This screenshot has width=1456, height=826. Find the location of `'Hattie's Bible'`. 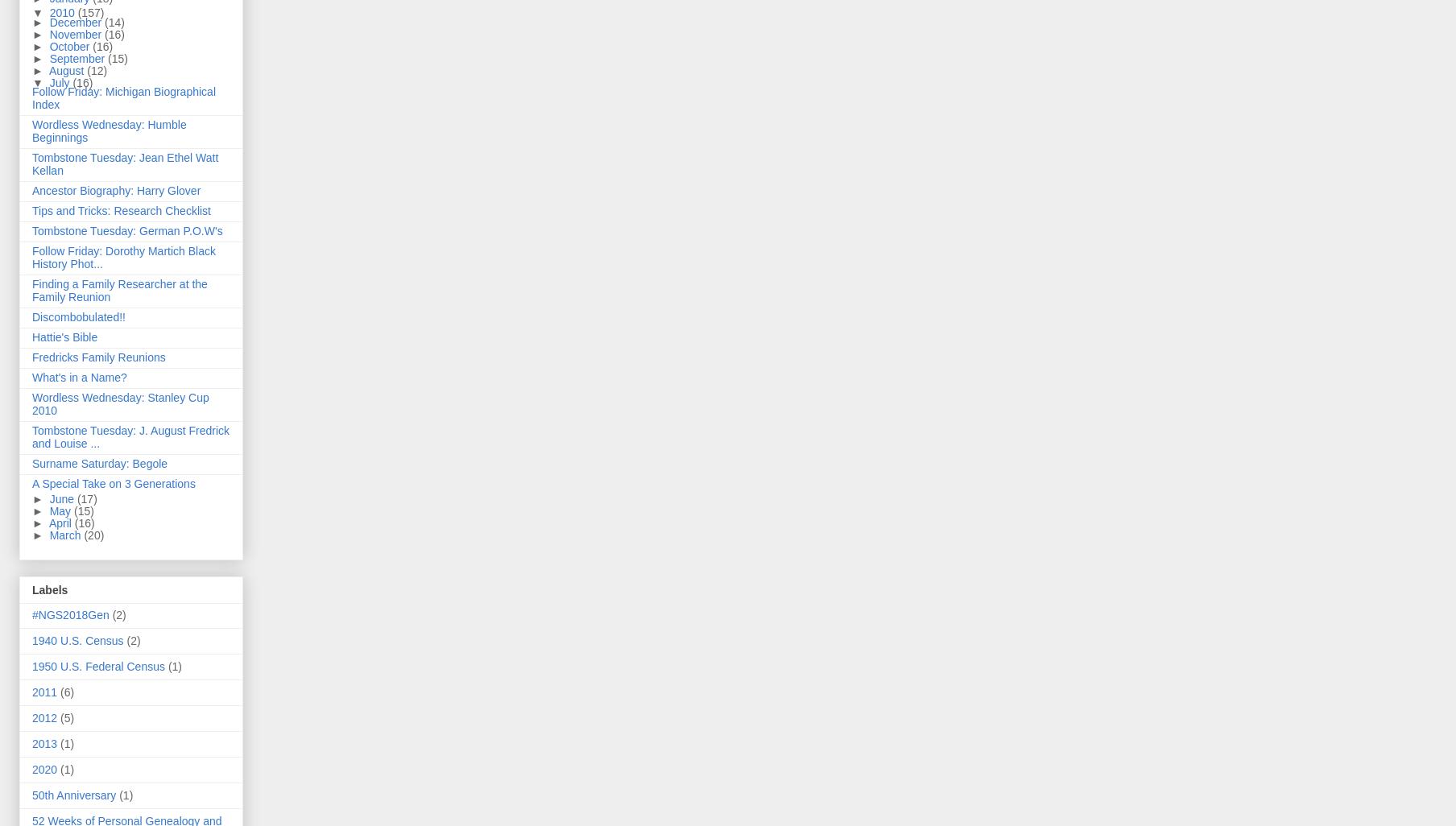

'Hattie's Bible' is located at coordinates (64, 337).